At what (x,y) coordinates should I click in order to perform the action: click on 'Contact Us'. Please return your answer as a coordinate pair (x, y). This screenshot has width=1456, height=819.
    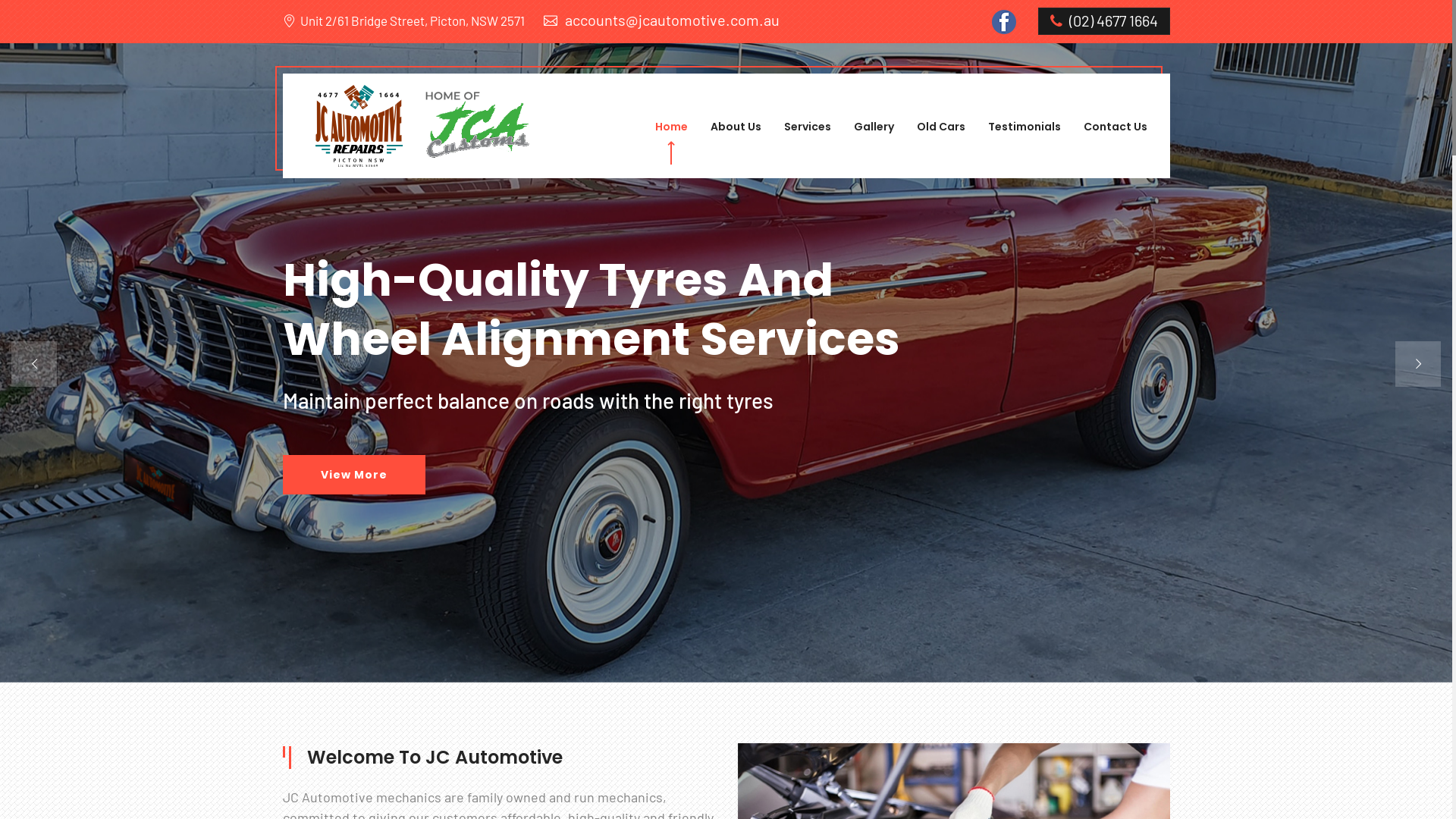
    Looking at the image, I should click on (1114, 125).